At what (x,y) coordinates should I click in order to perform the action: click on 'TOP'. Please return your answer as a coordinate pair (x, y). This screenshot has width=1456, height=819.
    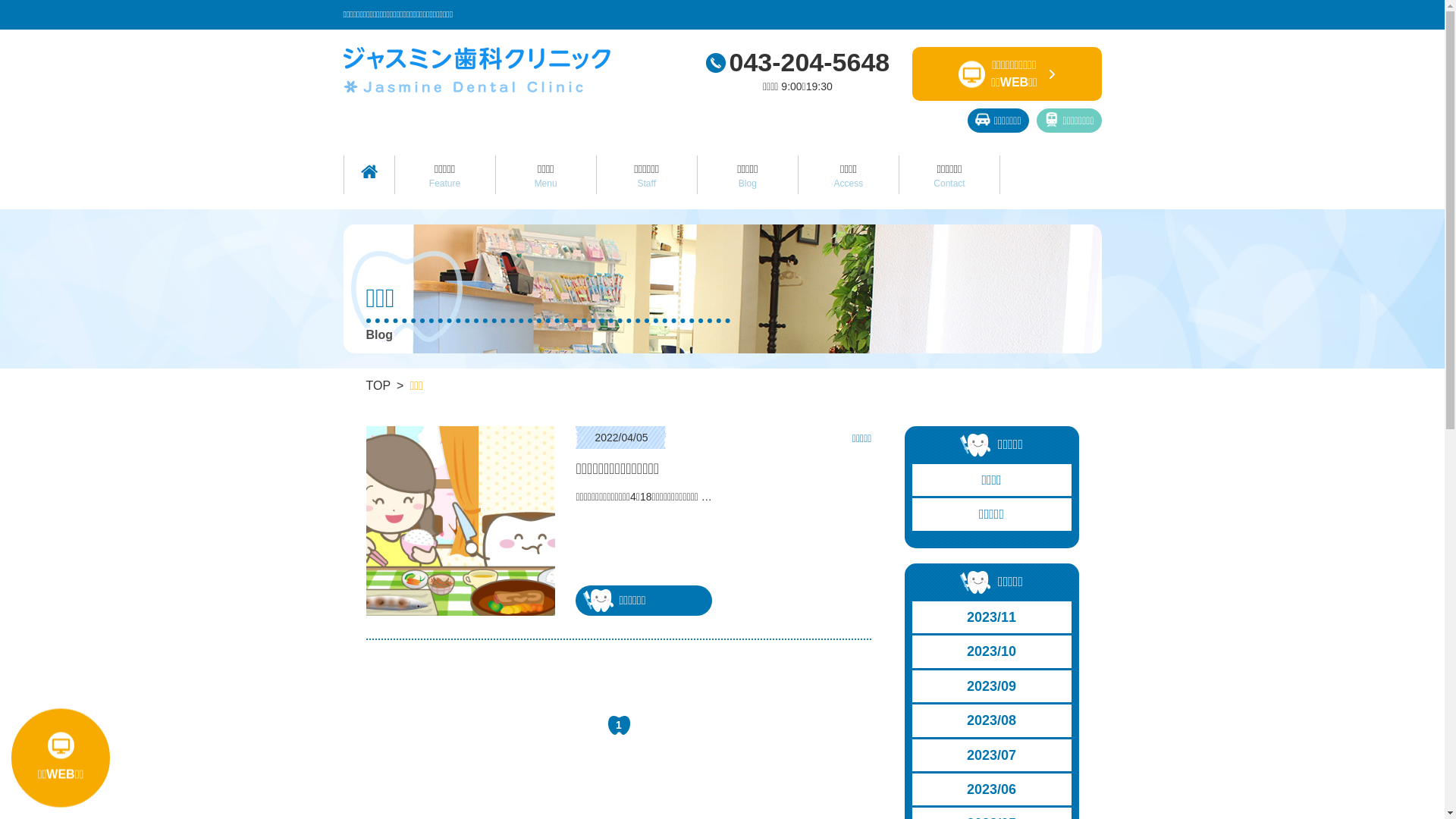
    Looking at the image, I should click on (378, 384).